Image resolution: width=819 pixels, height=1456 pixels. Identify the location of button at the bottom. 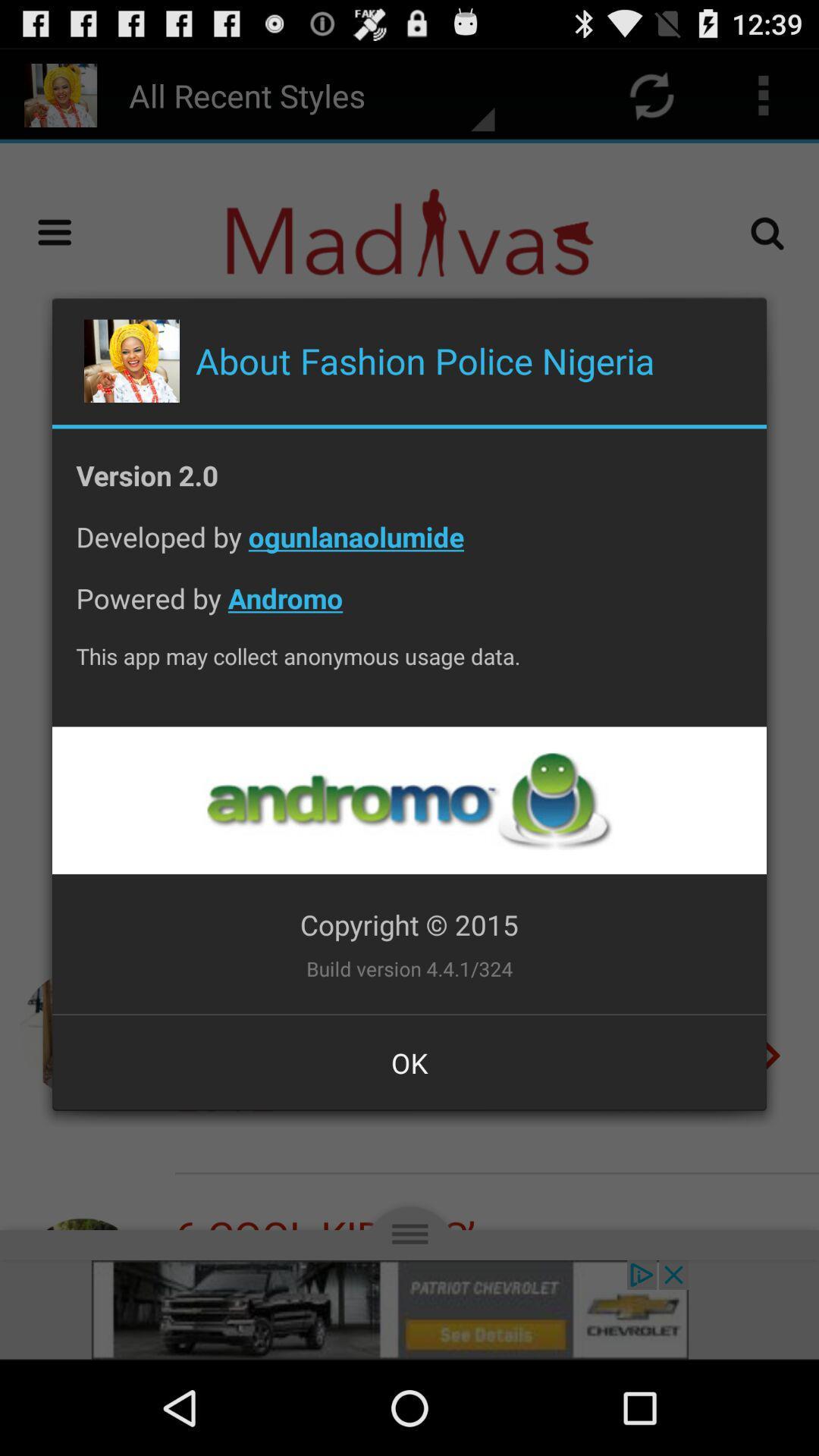
(409, 1062).